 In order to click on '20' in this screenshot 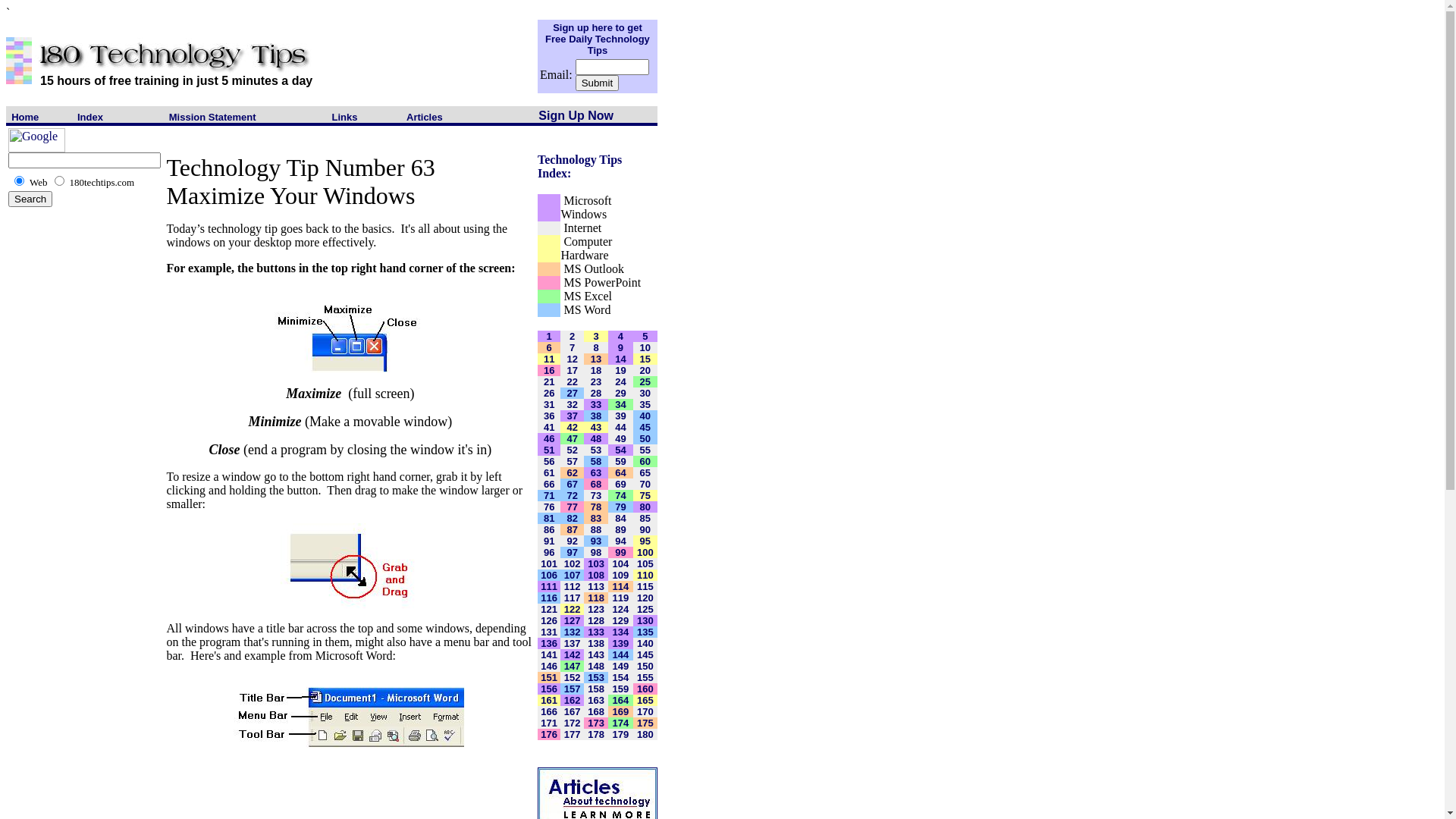, I will do `click(640, 370)`.